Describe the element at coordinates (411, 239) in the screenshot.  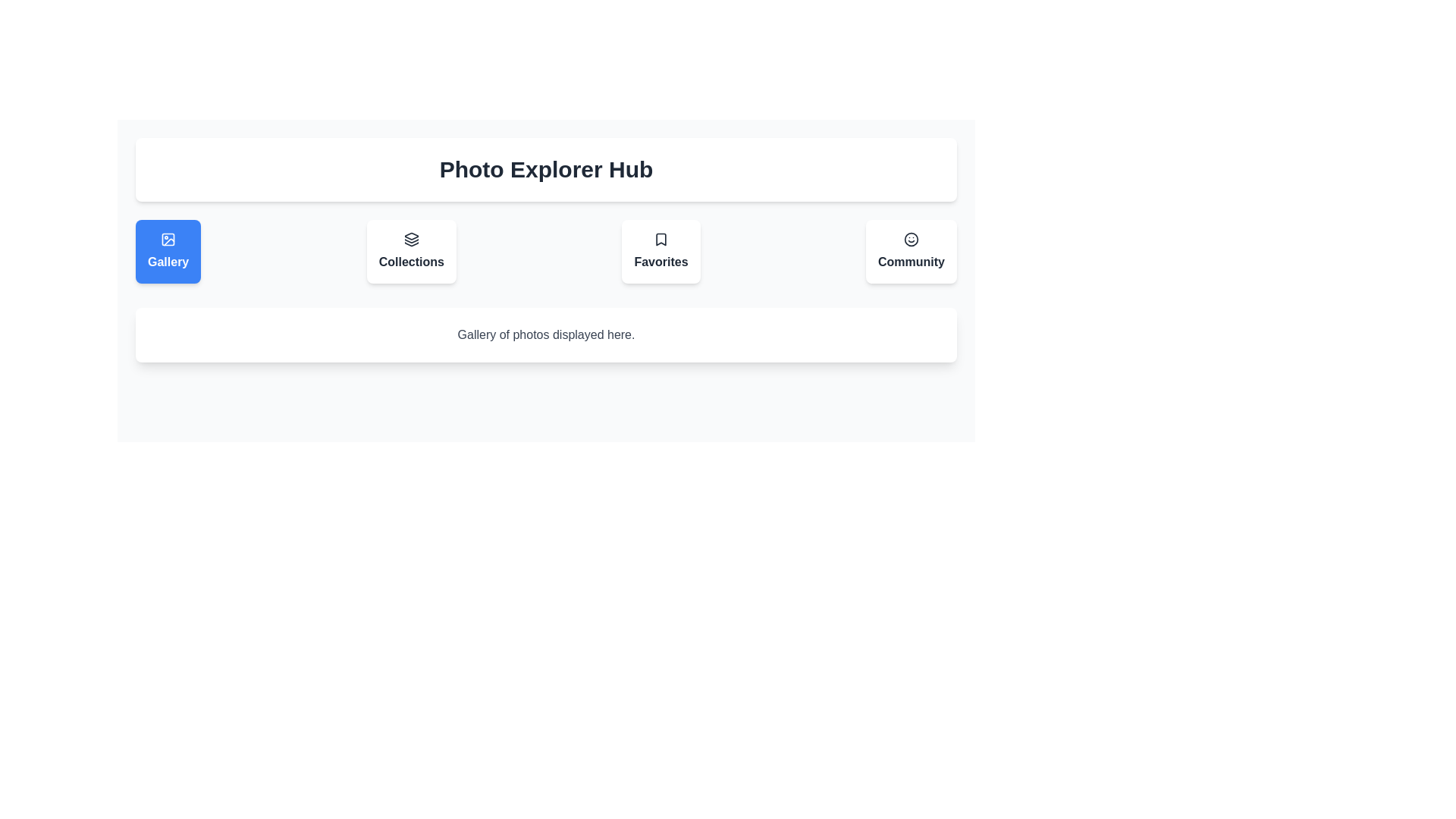
I see `the minimalistic stack icon located in the 'Collections' section of the navigation menu` at that location.